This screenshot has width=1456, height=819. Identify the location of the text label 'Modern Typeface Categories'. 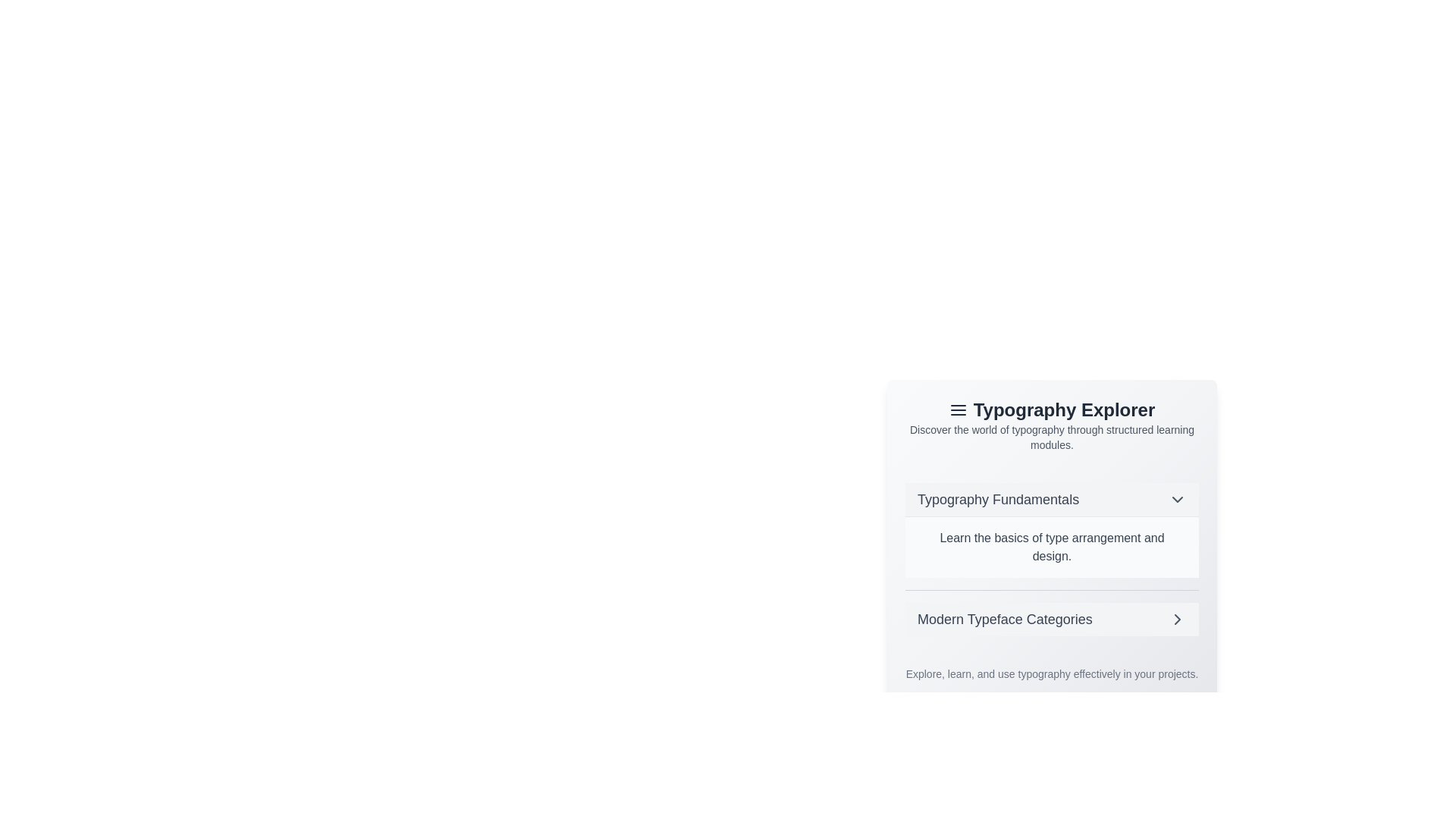
(1005, 620).